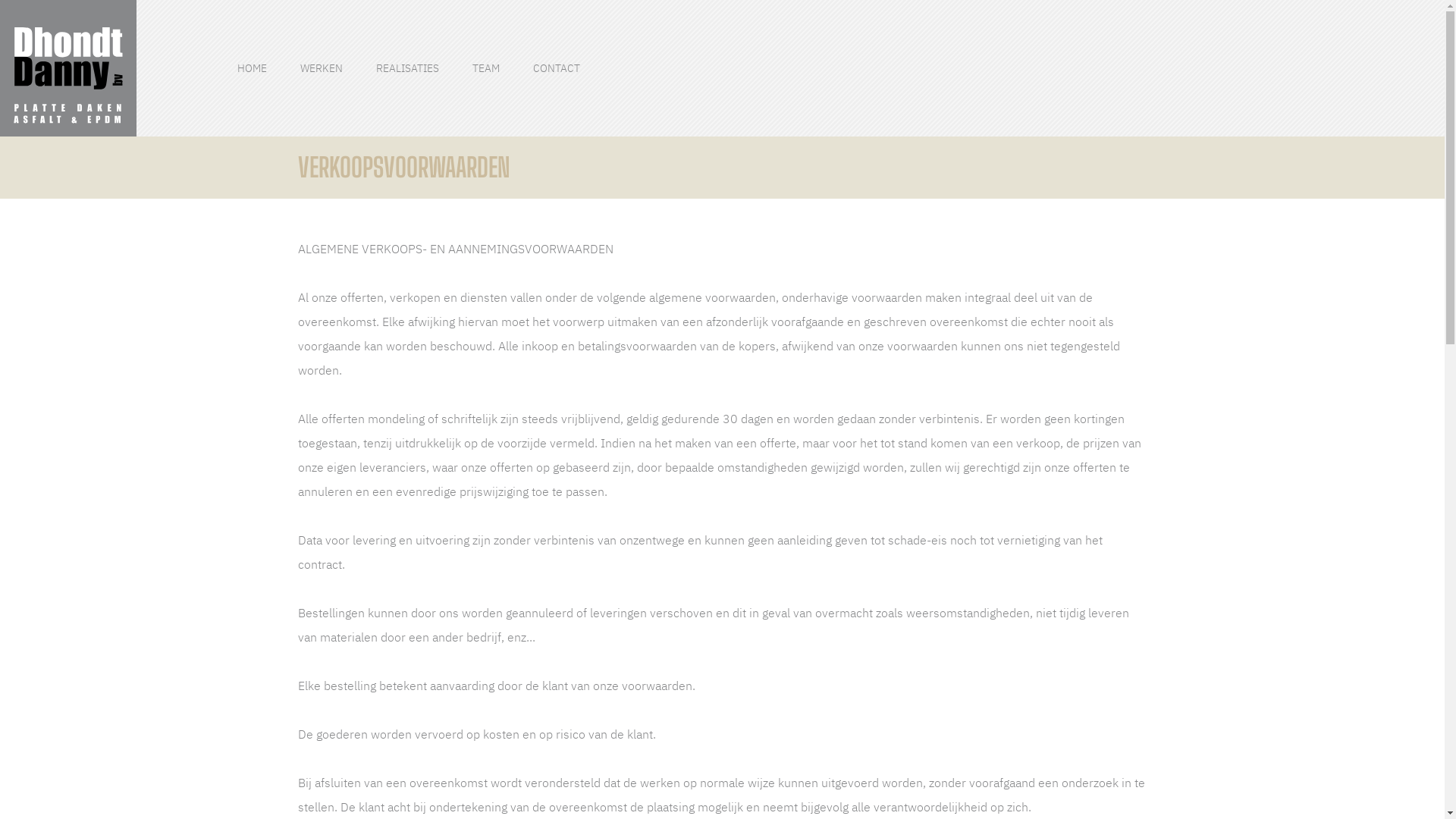 This screenshot has height=819, width=1456. Describe the element at coordinates (407, 68) in the screenshot. I see `'REALISATIES'` at that location.